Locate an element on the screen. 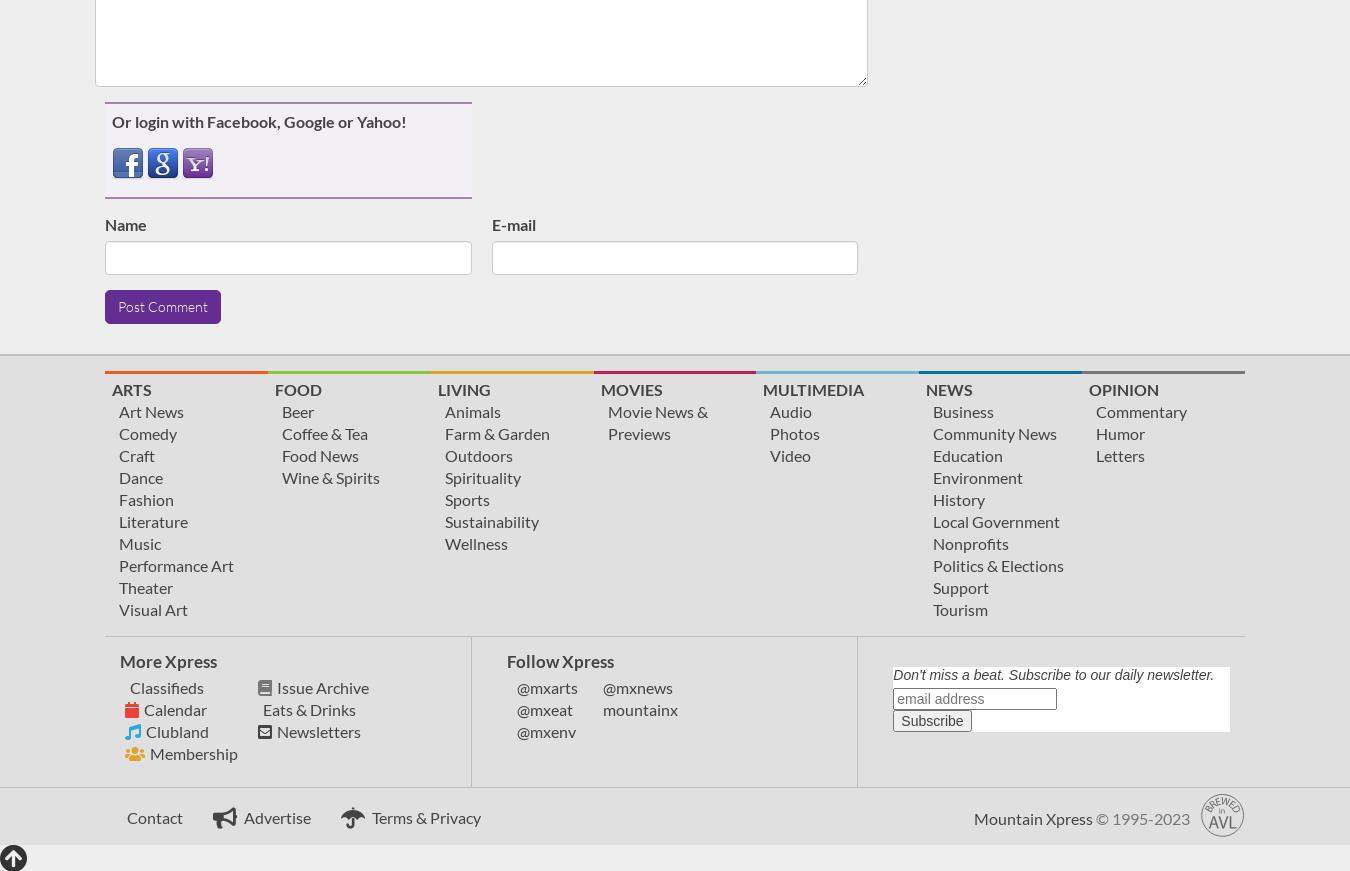  'Art News' is located at coordinates (118, 410).